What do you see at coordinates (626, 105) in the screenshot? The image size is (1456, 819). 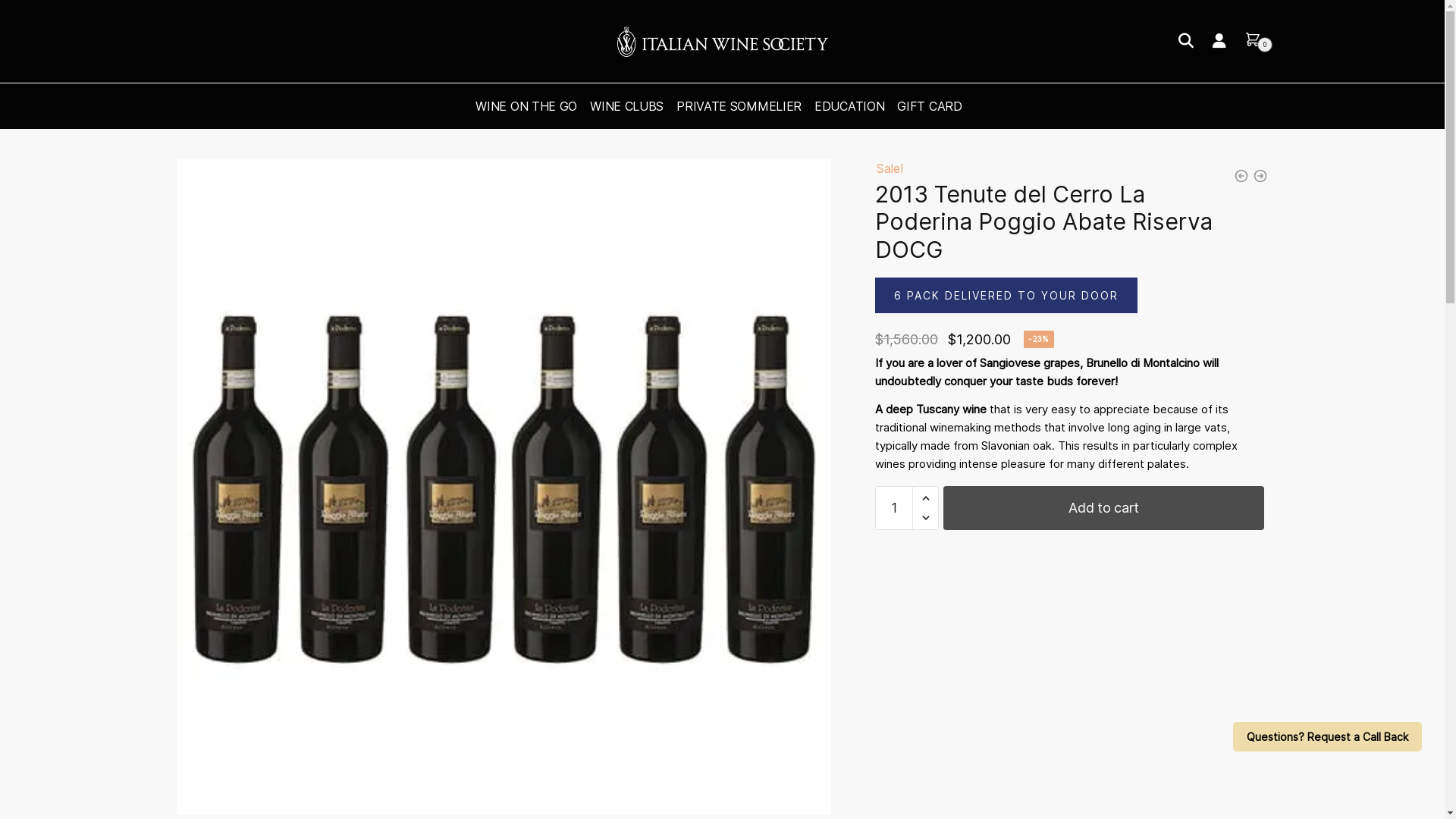 I see `'WINE CLUBS'` at bounding box center [626, 105].